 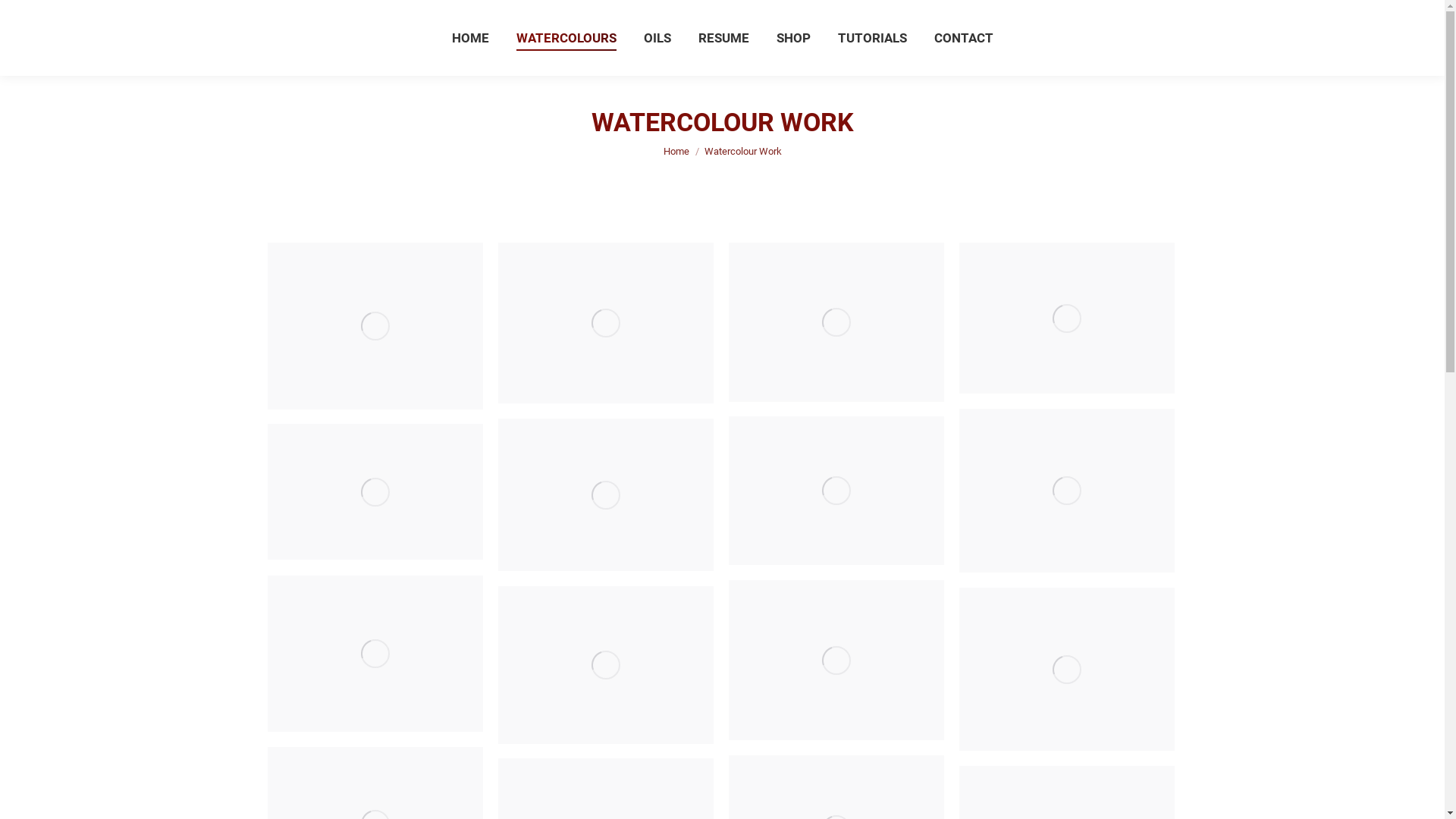 I want to click on 'OILS', so click(x=640, y=37).